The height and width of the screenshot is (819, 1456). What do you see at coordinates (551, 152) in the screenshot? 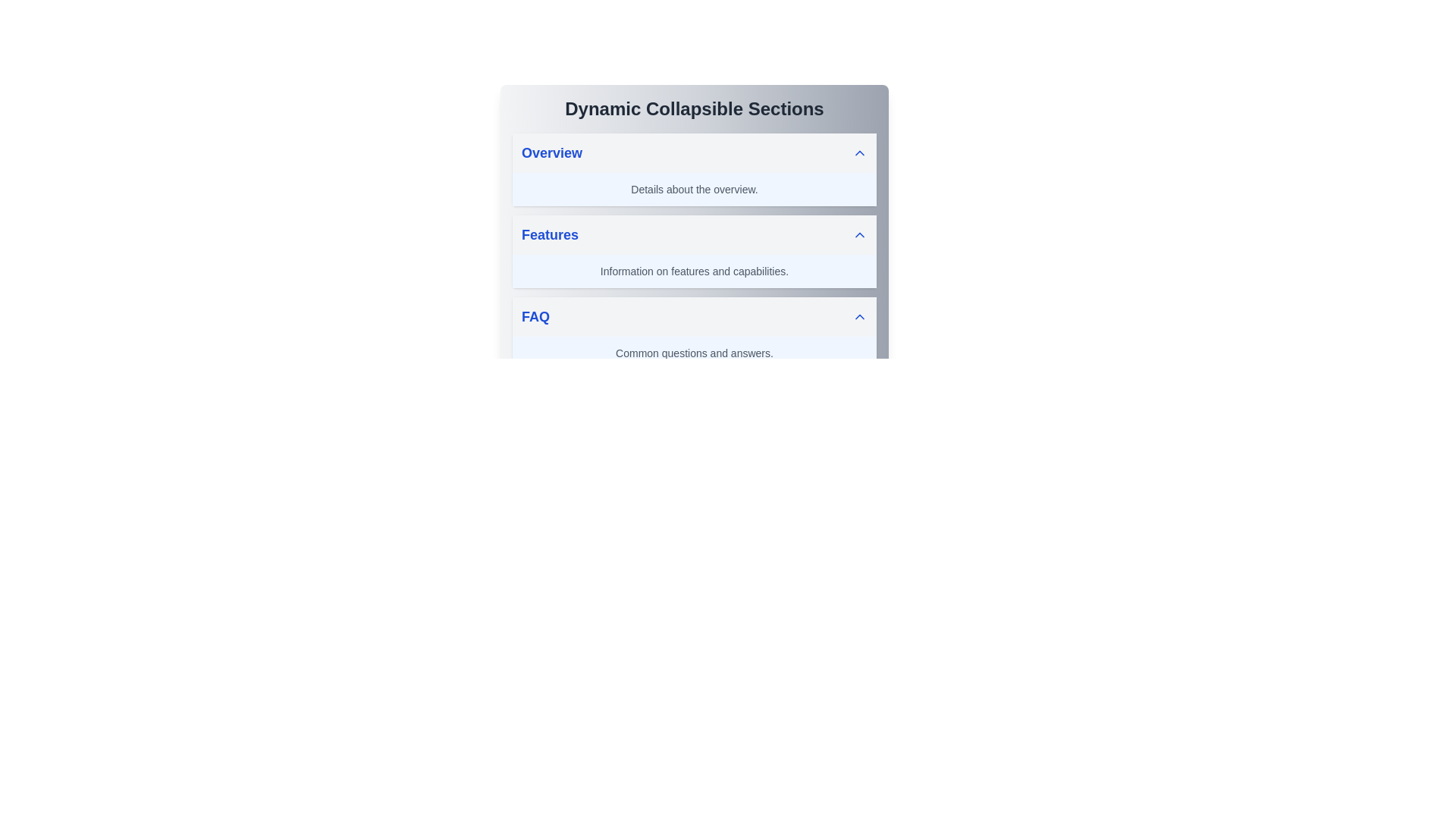
I see `the static text label indicating the 'Overview' section, which serves as a category header above the 'Details about the overview.'` at bounding box center [551, 152].